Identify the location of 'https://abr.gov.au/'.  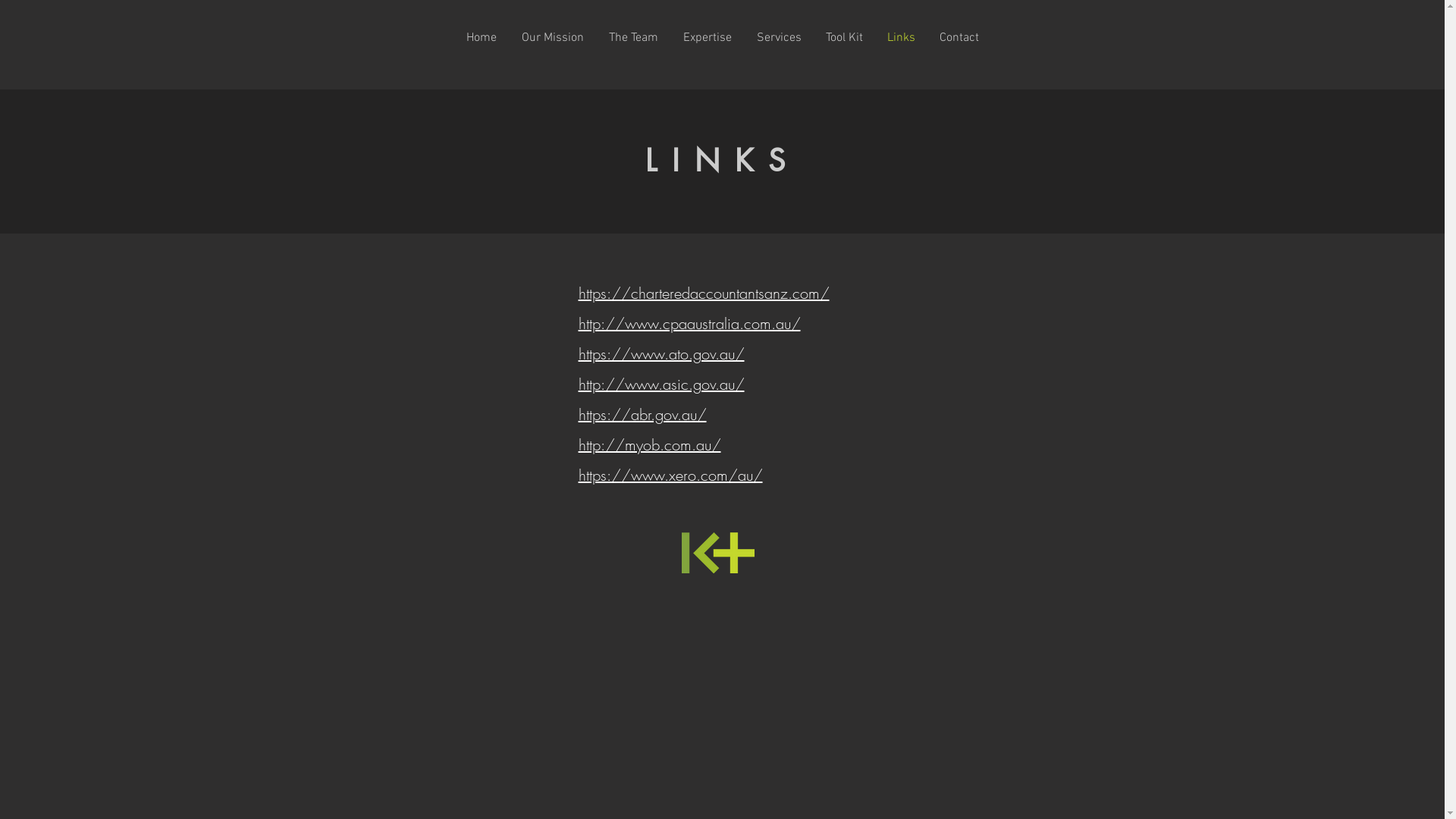
(642, 414).